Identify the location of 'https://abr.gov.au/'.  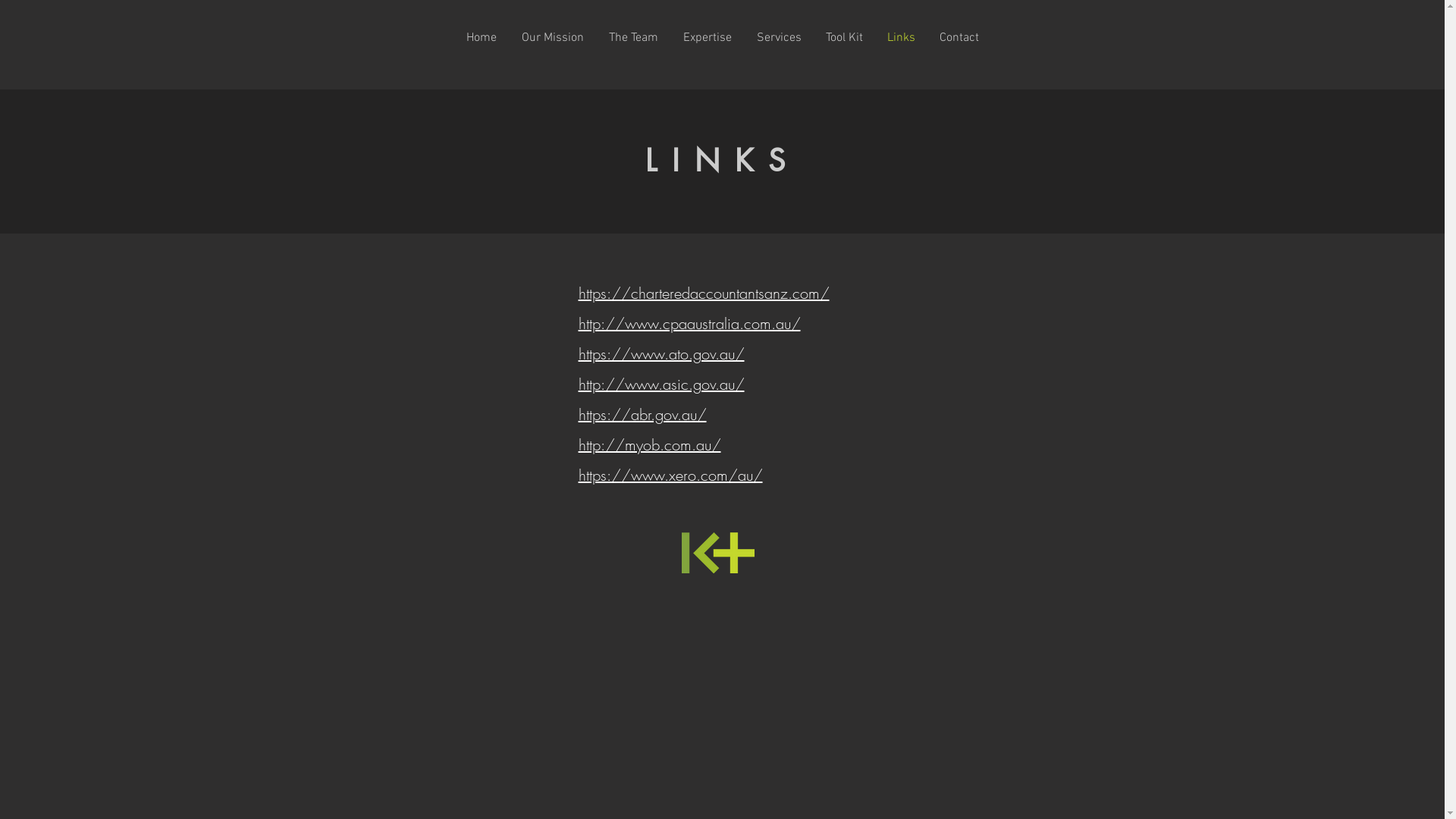
(642, 414).